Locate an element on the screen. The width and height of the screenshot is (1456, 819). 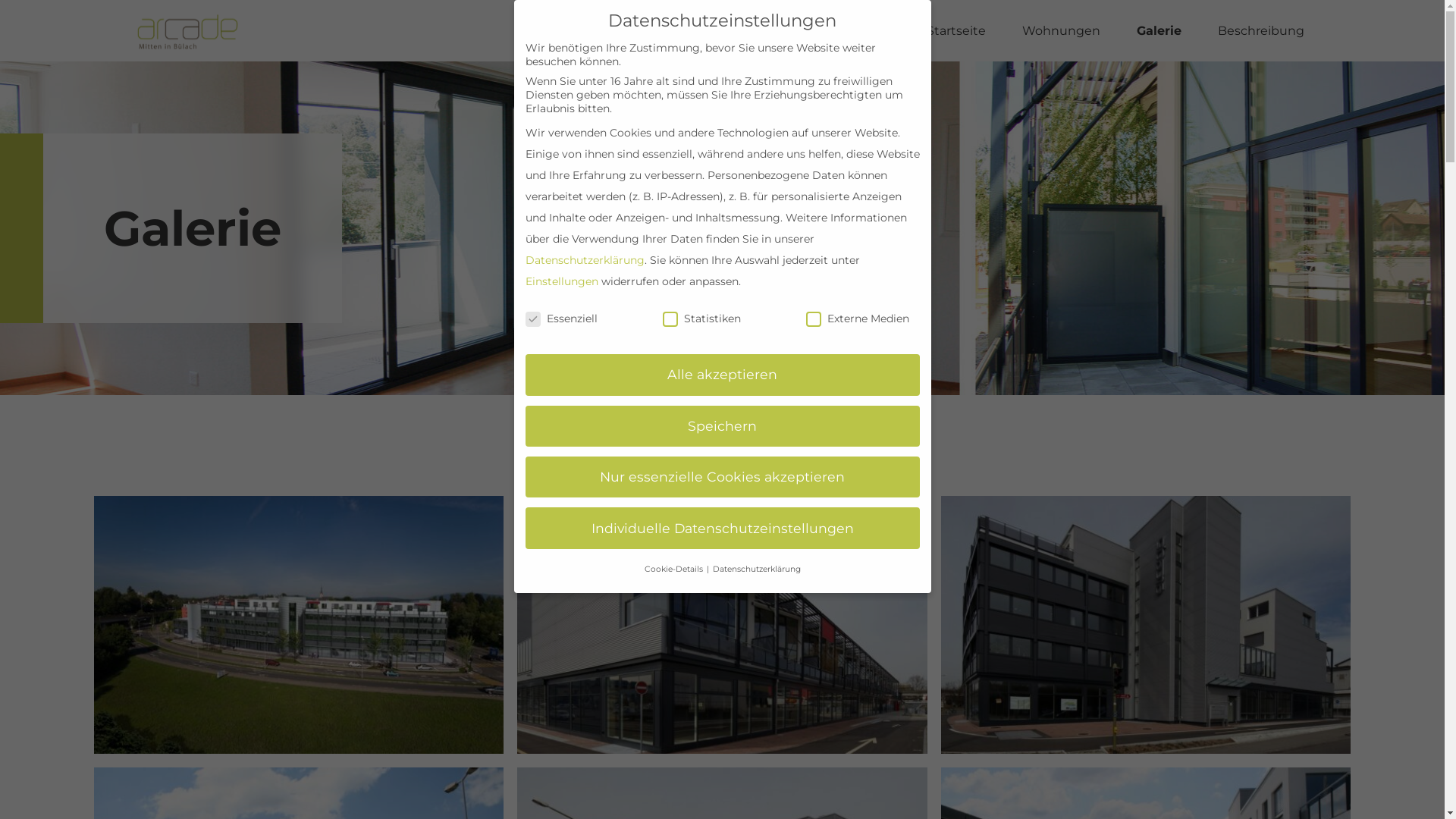
'Beschreibung' is located at coordinates (1260, 31).